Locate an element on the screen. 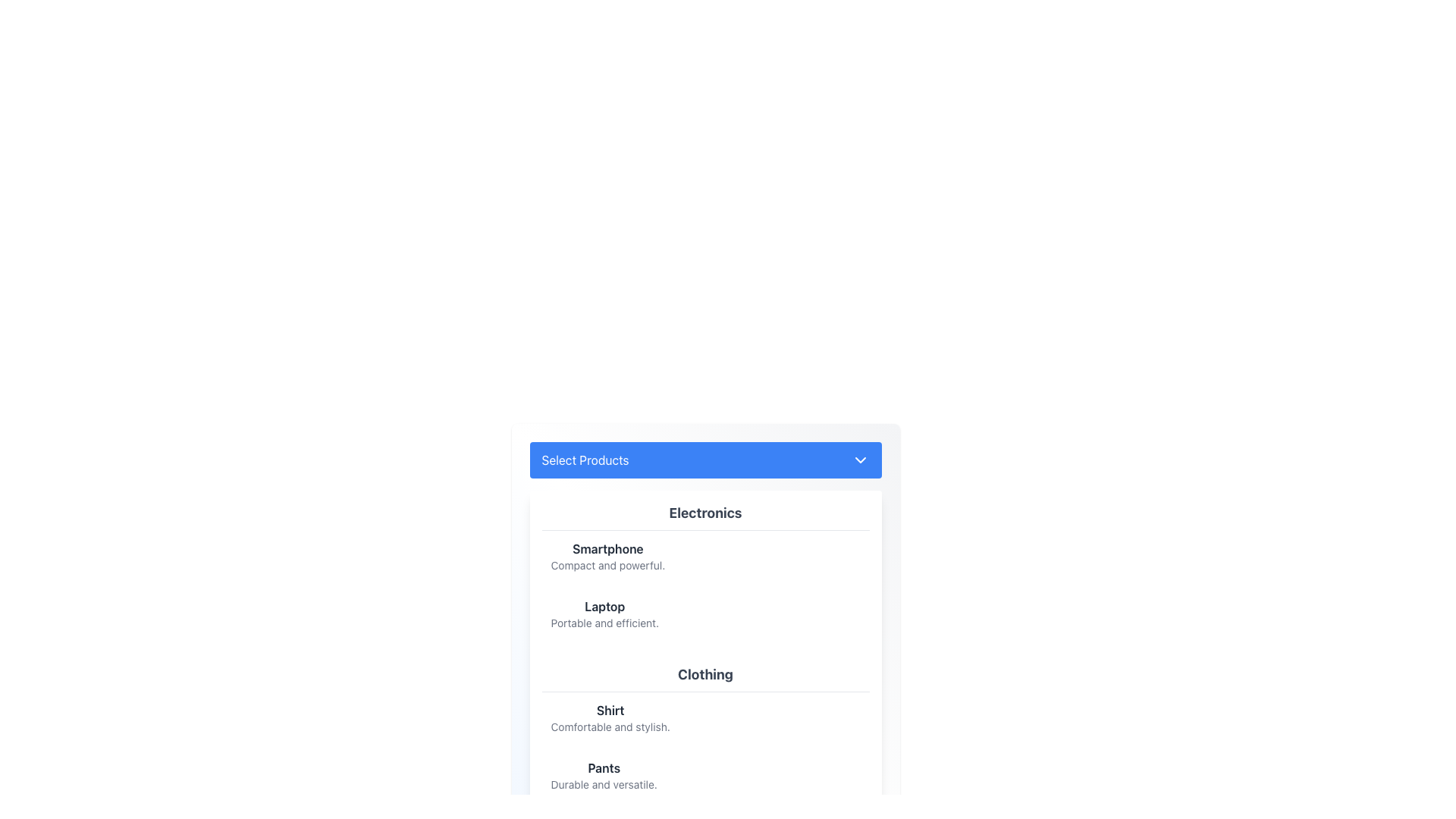  the prominent blue 'Select Products' button with rounded corners is located at coordinates (704, 459).